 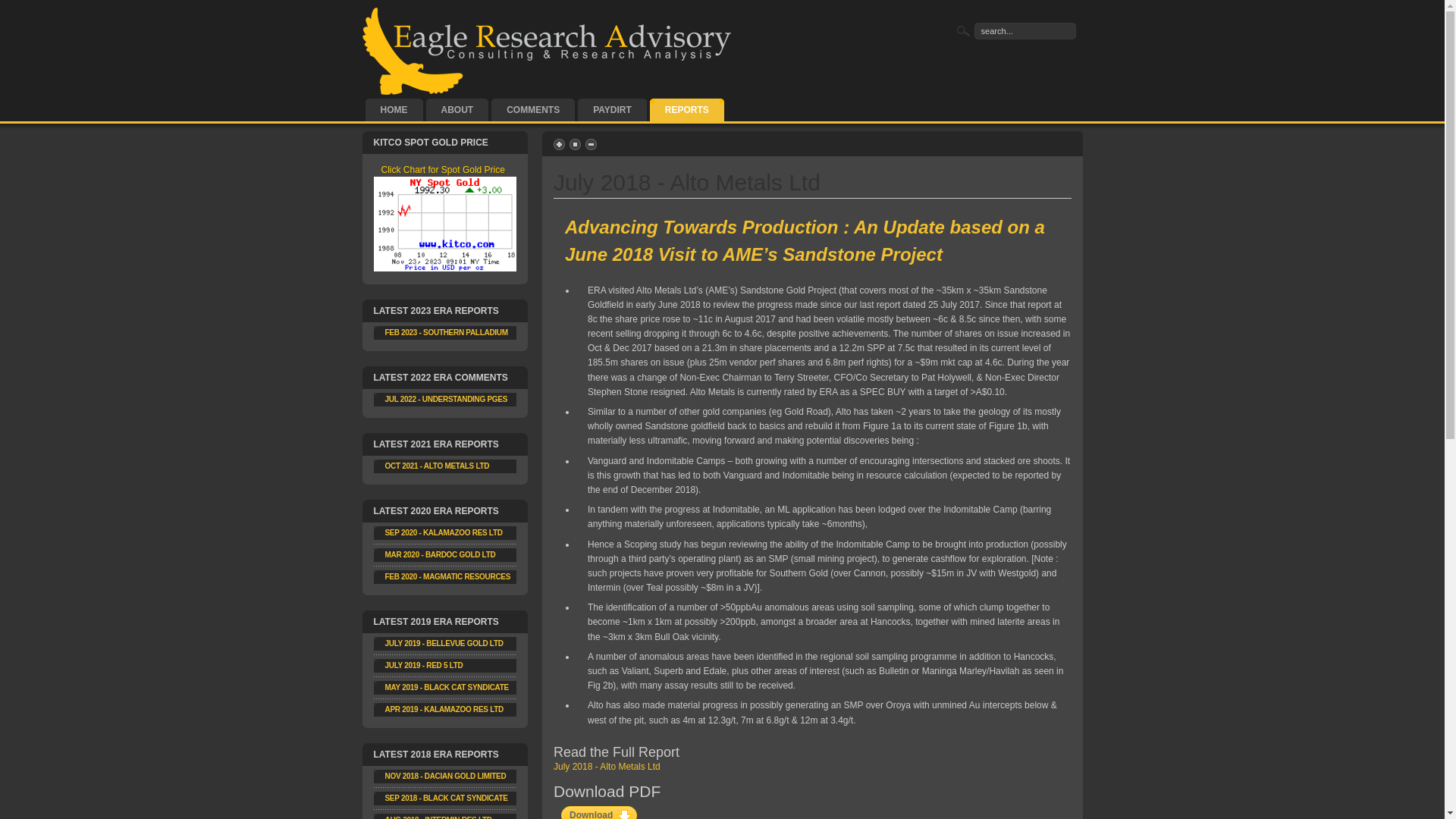 I want to click on 'APR 2019 - KALAMAZOO RES LTD', so click(x=443, y=709).